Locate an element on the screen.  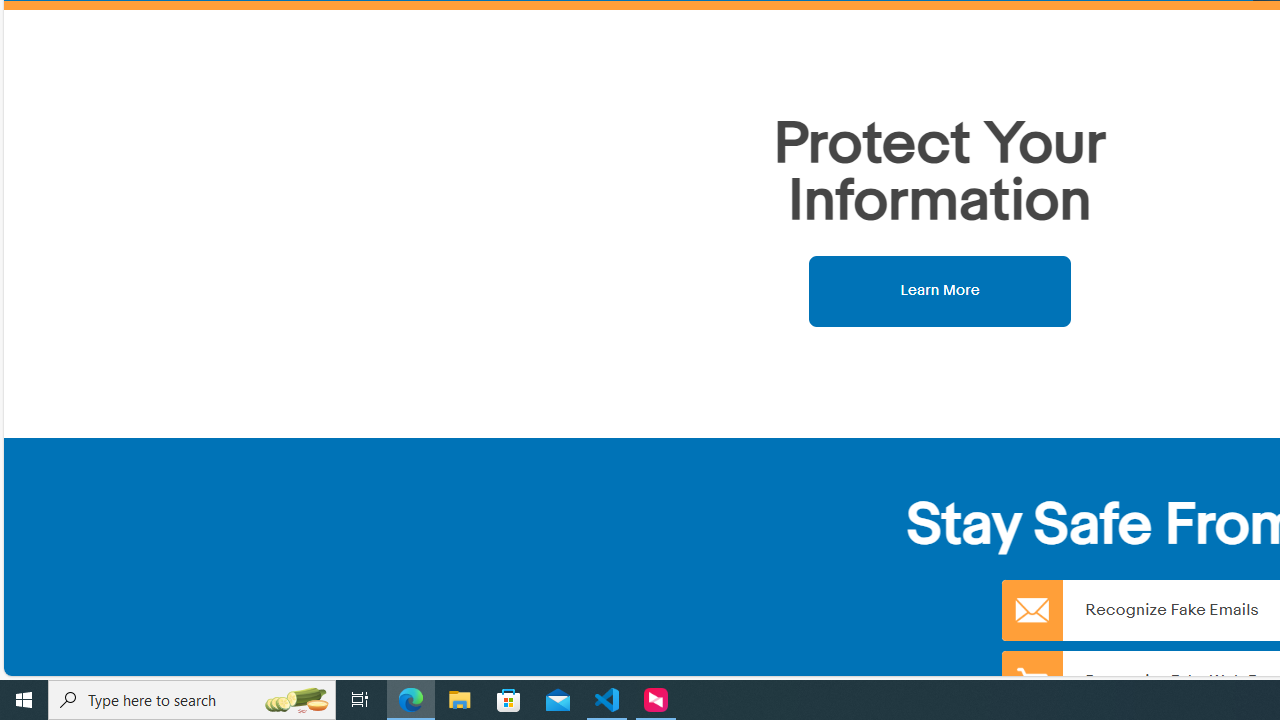
'Learn More' is located at coordinates (939, 290).